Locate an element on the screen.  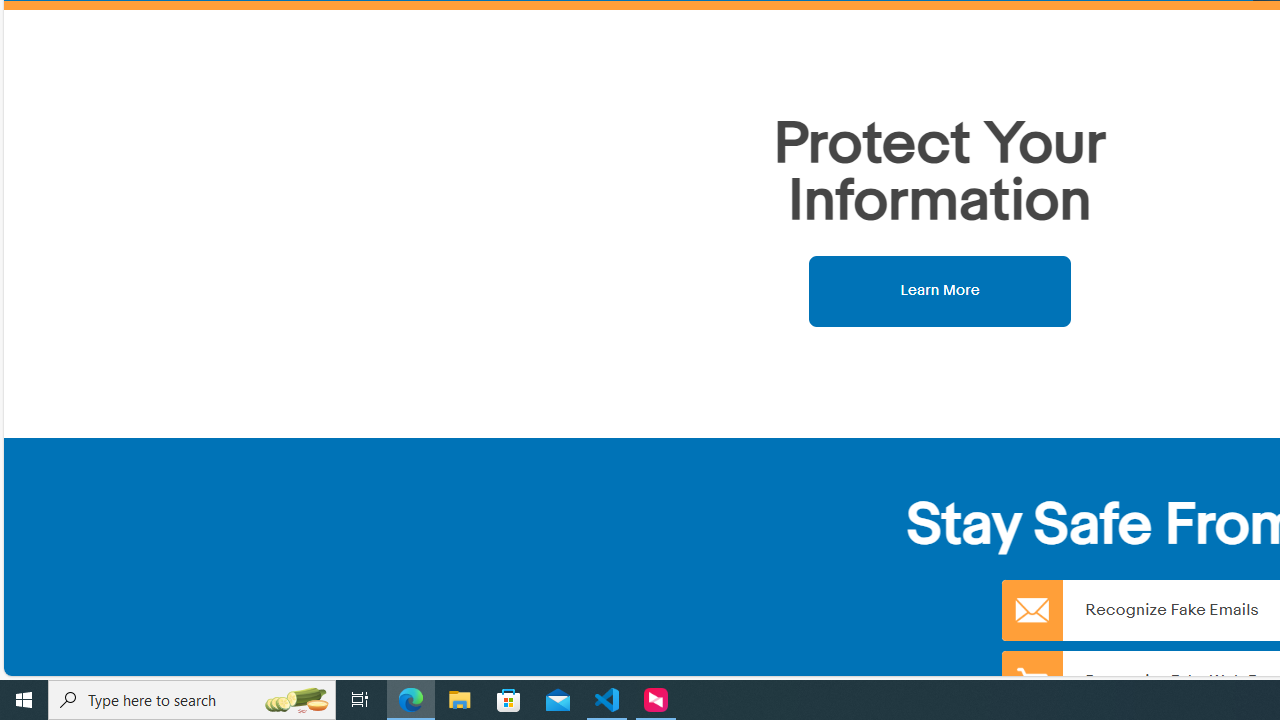
'Learn More' is located at coordinates (939, 290).